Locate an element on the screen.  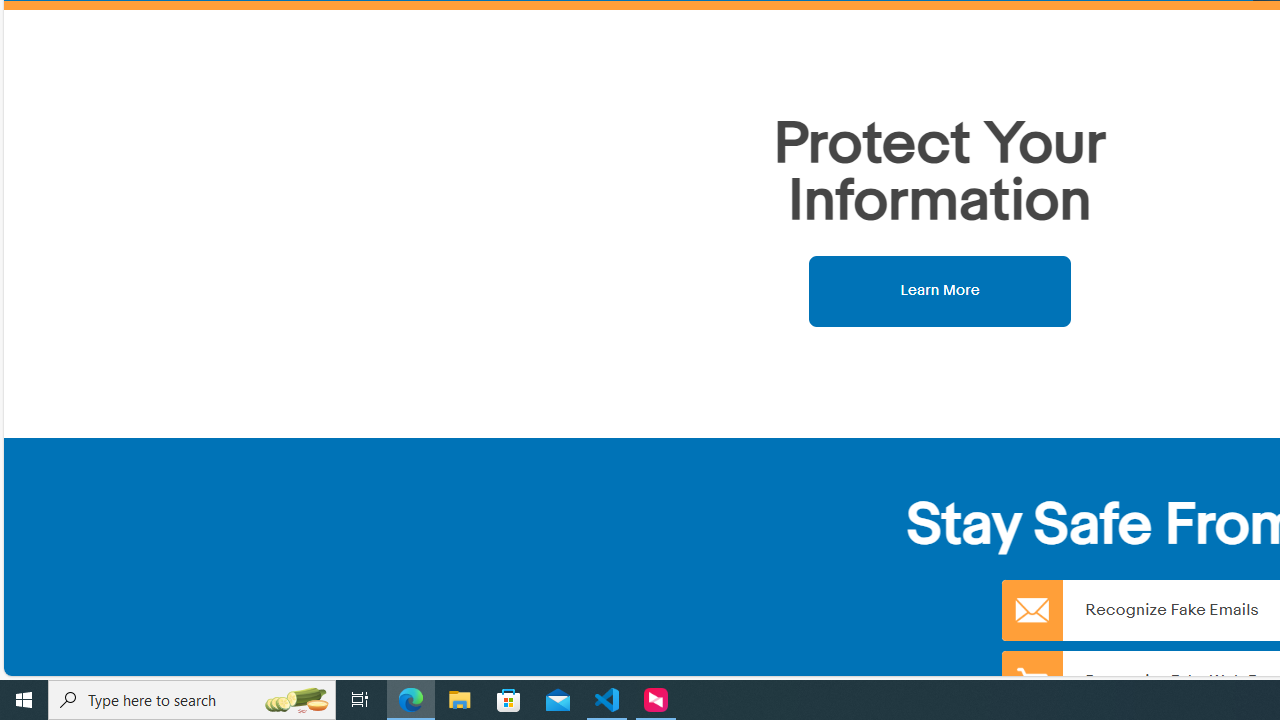
'Learn More' is located at coordinates (939, 290).